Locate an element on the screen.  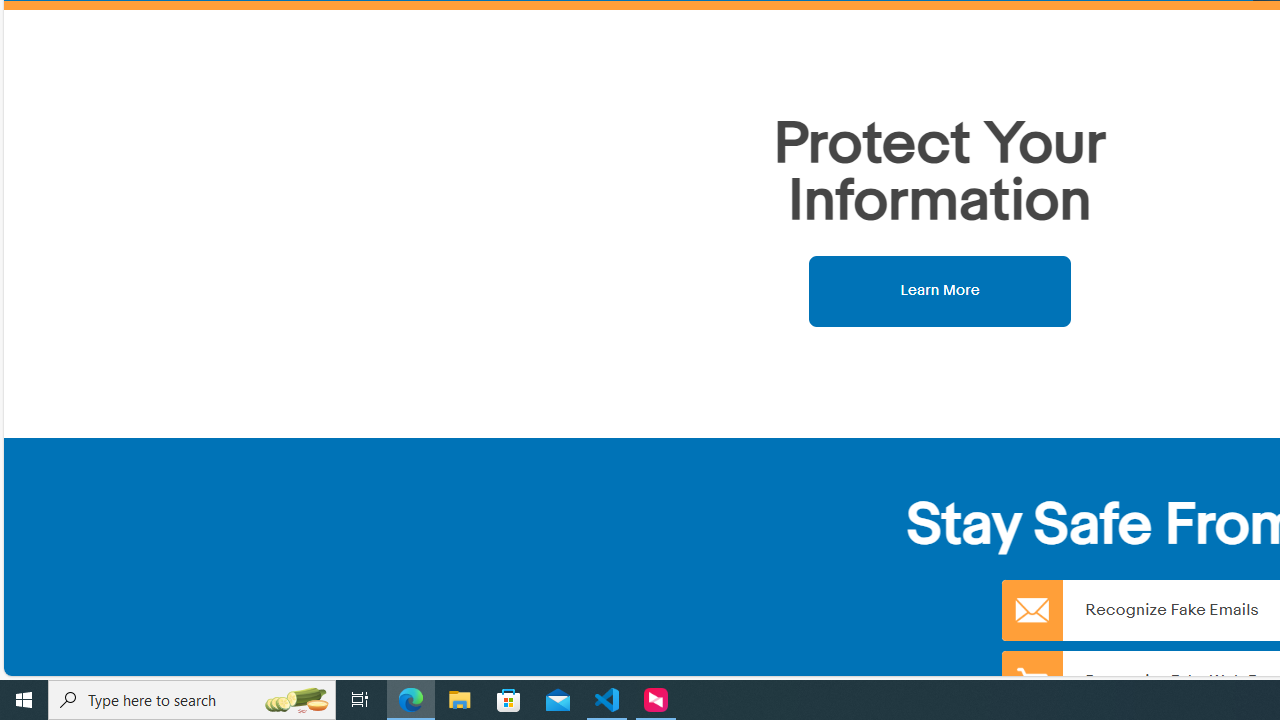
'Learn More' is located at coordinates (939, 290).